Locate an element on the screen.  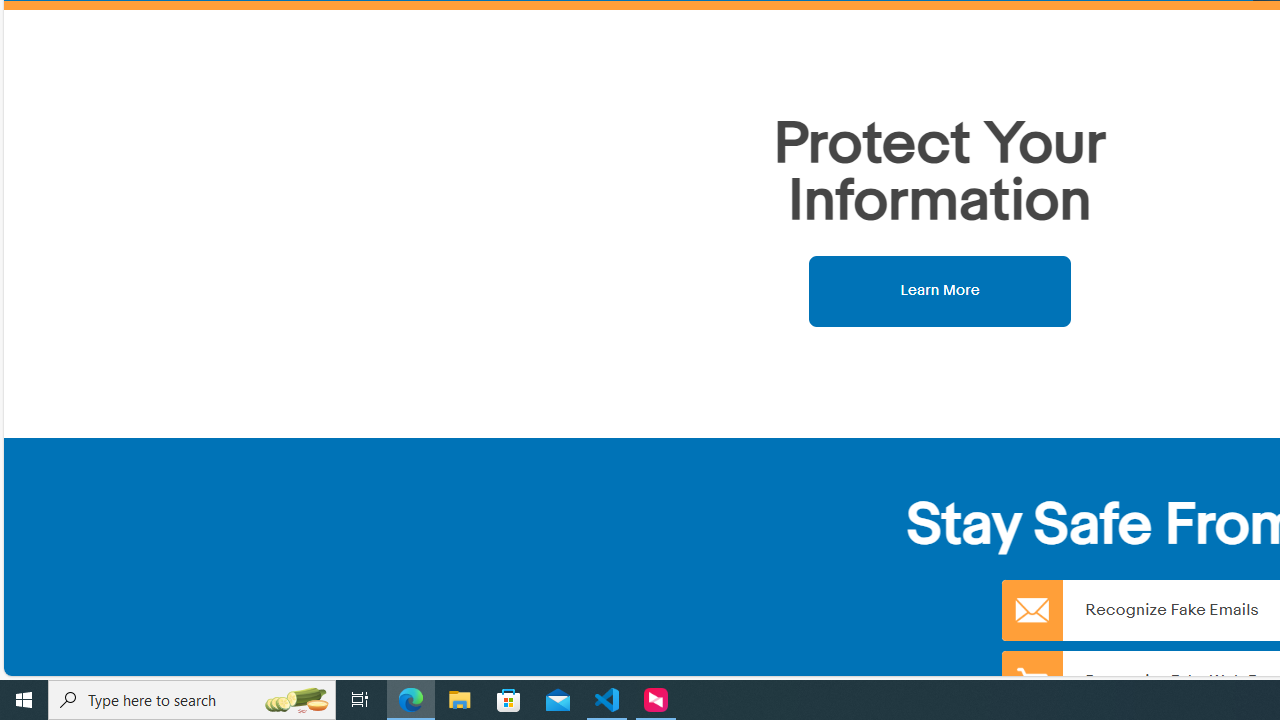
'Learn More' is located at coordinates (939, 290).